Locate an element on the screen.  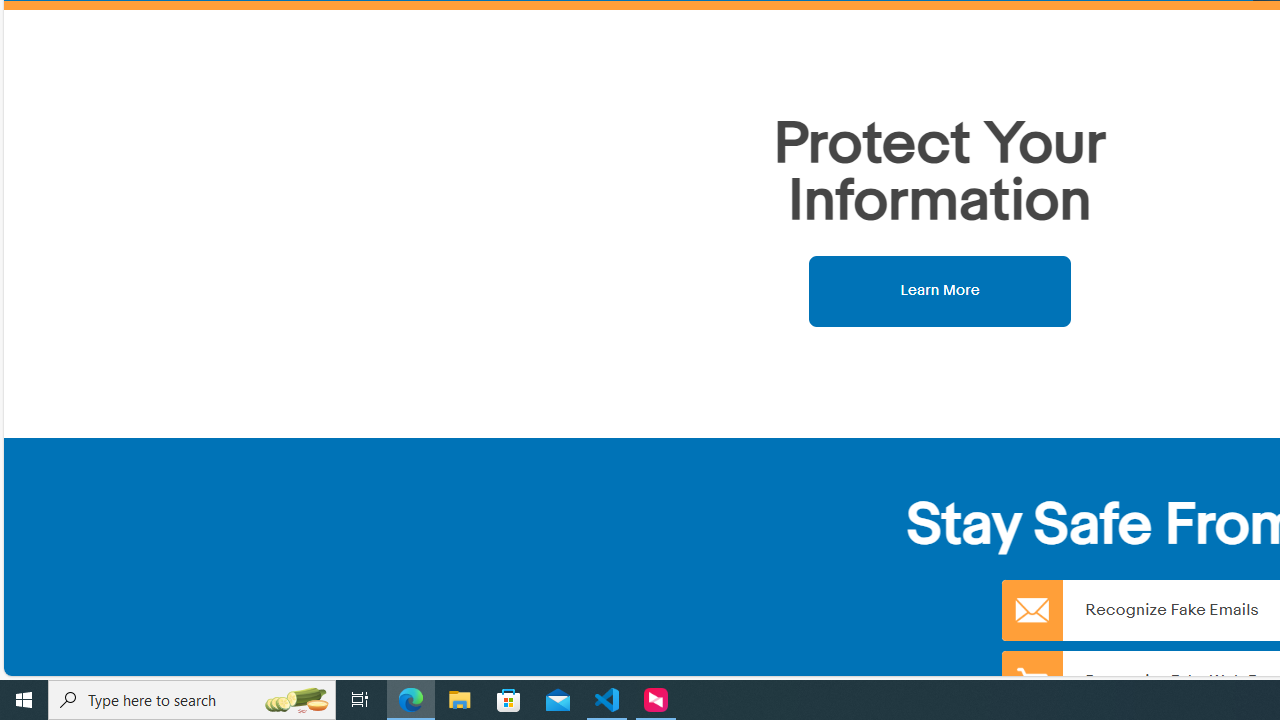
'Learn More' is located at coordinates (939, 290).